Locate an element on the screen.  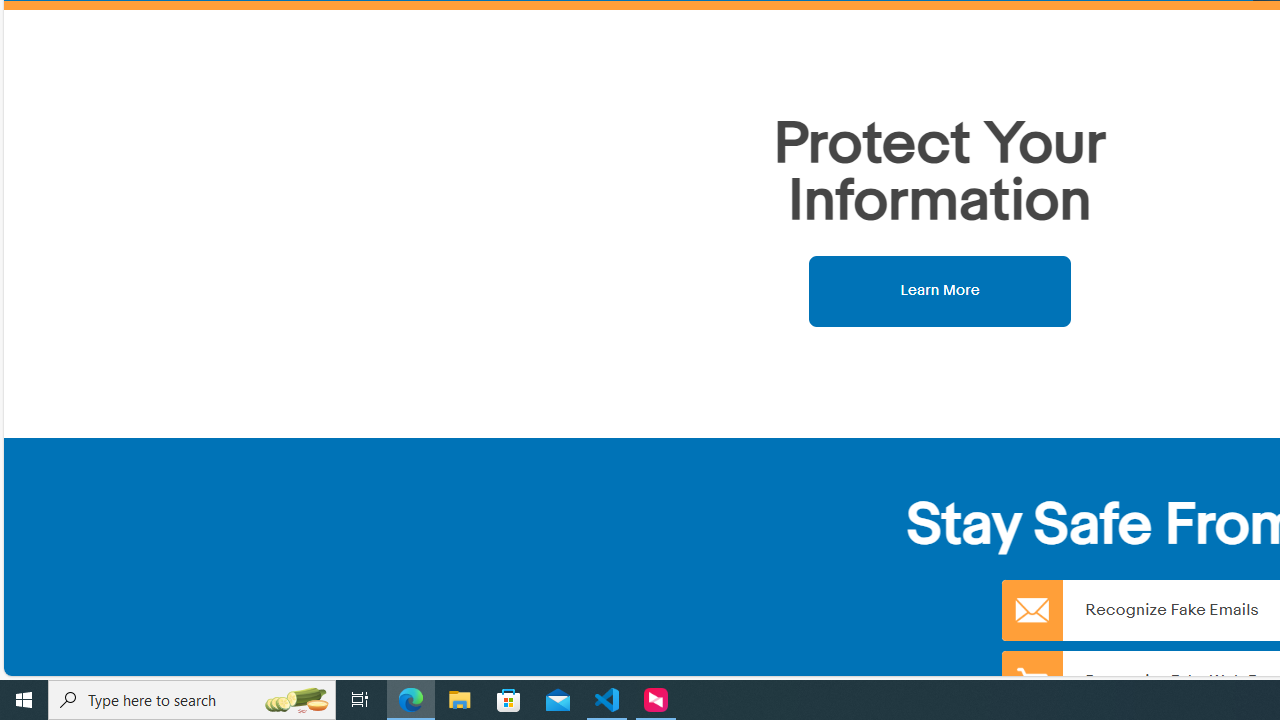
'Learn More' is located at coordinates (939, 290).